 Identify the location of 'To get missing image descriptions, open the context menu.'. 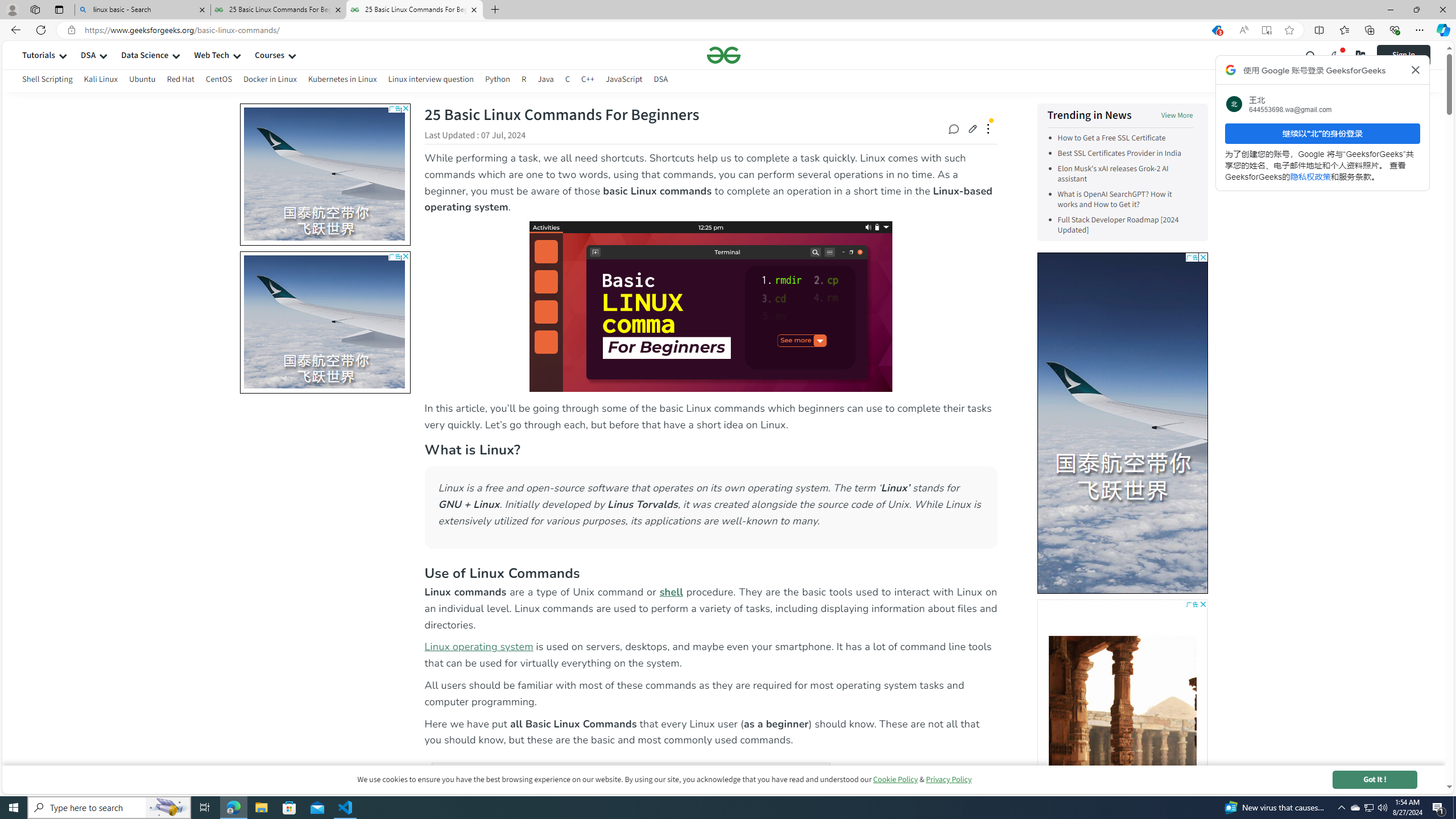
(1122, 413).